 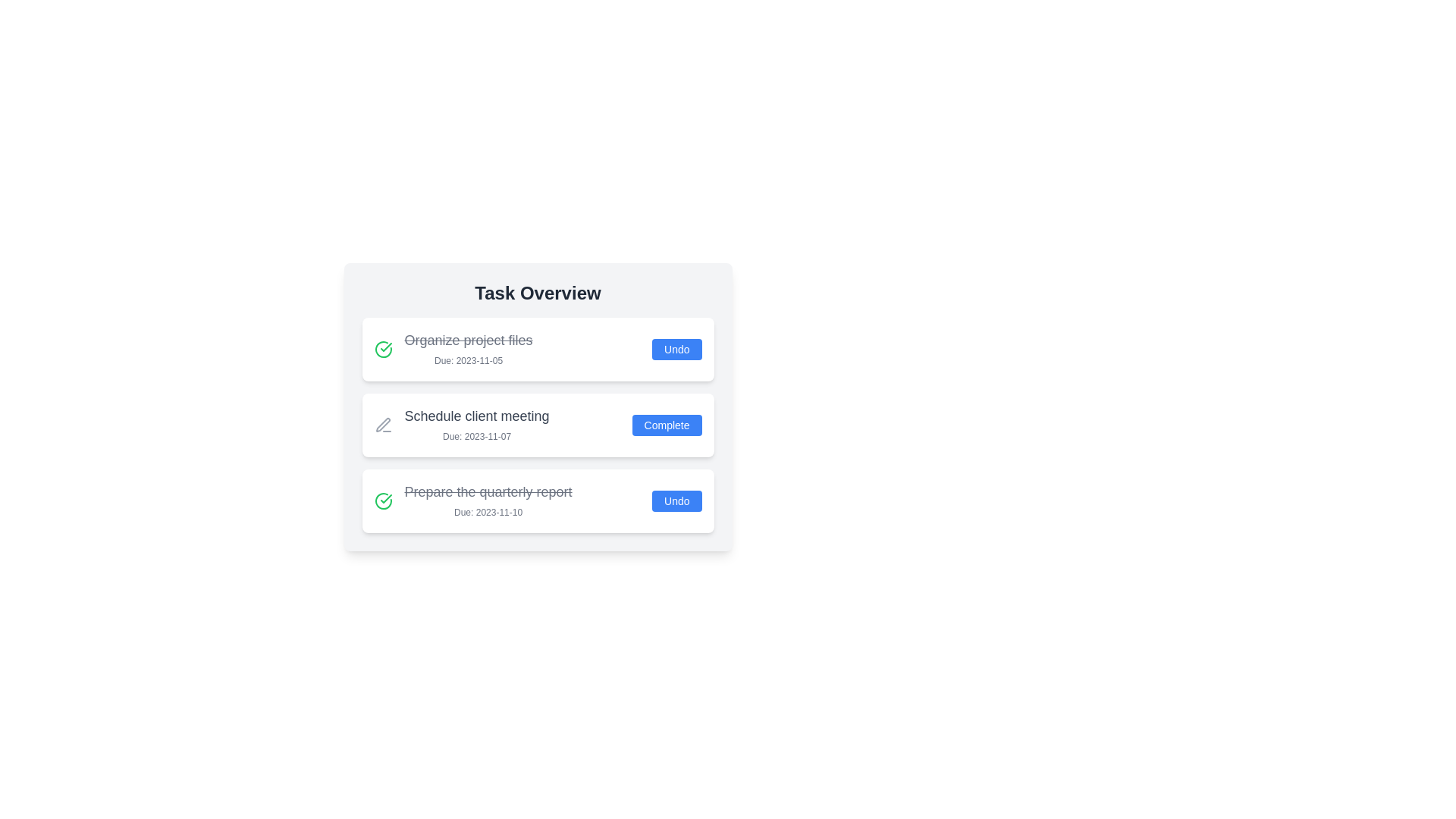 I want to click on the button labeled Undo for the task Prepare the quarterly report, so click(x=676, y=500).